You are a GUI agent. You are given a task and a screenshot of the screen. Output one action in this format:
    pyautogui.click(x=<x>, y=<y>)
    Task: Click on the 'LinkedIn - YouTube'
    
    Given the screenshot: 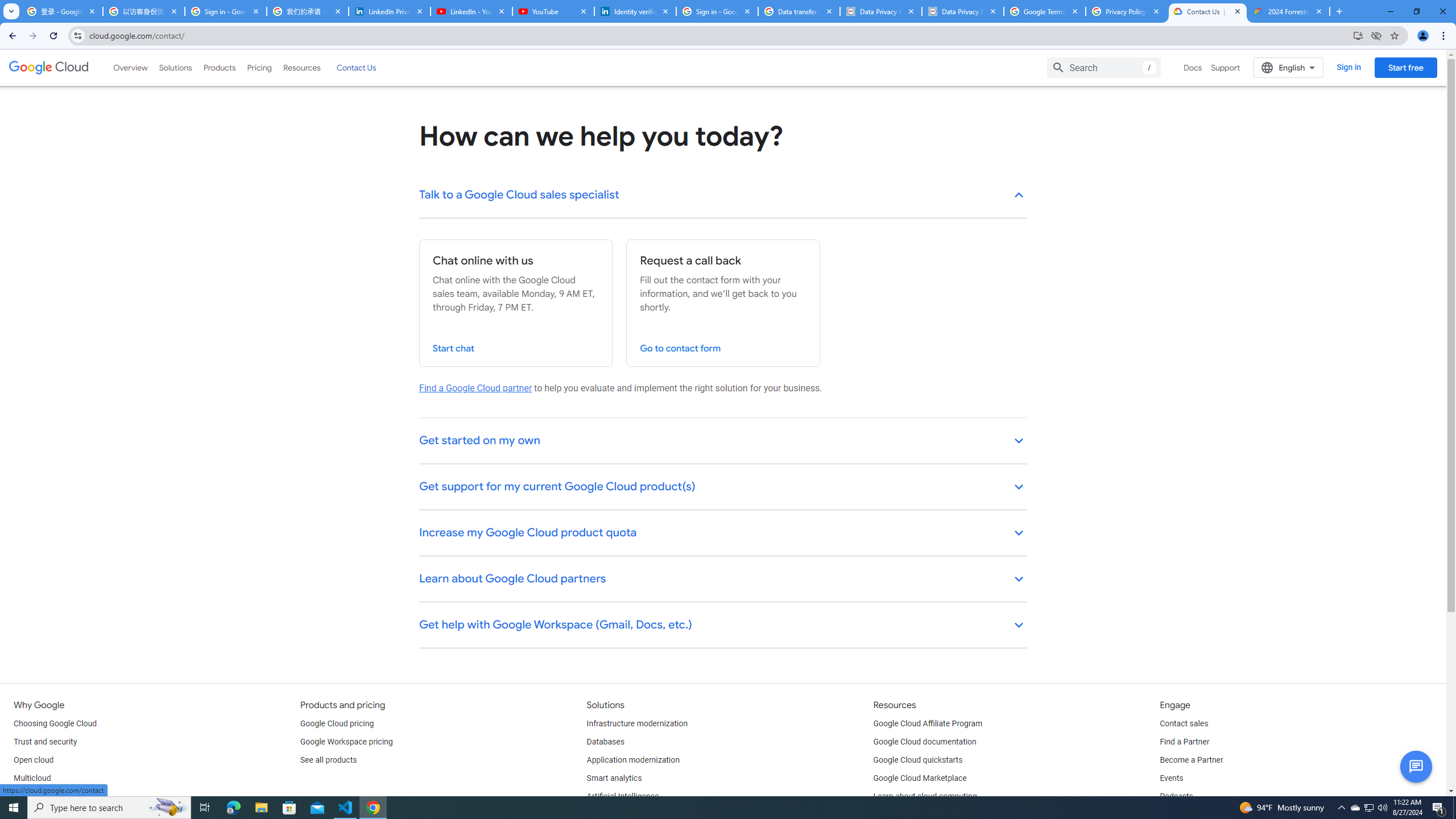 What is the action you would take?
    pyautogui.click(x=470, y=11)
    